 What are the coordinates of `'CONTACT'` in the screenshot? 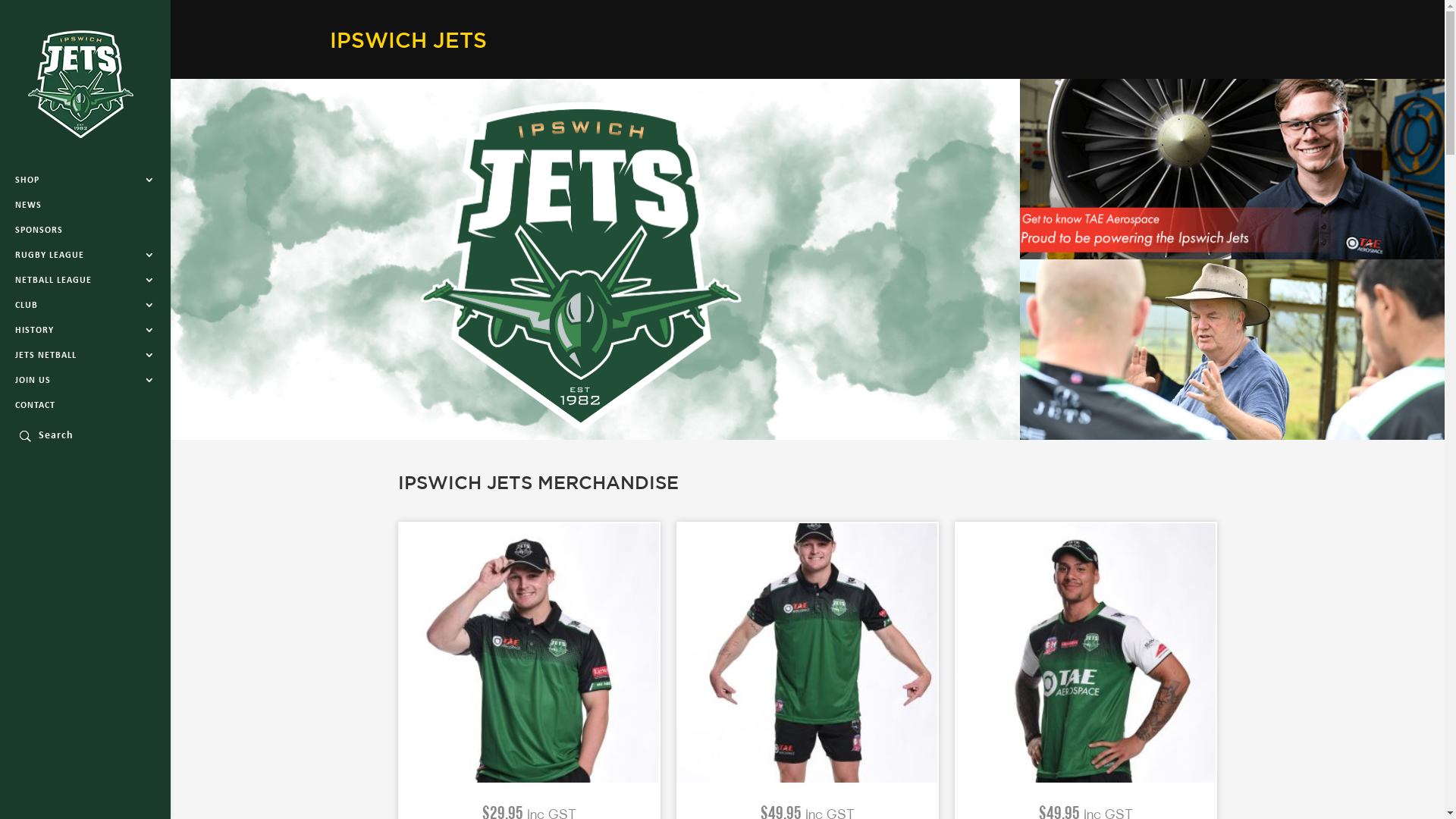 It's located at (84, 405).